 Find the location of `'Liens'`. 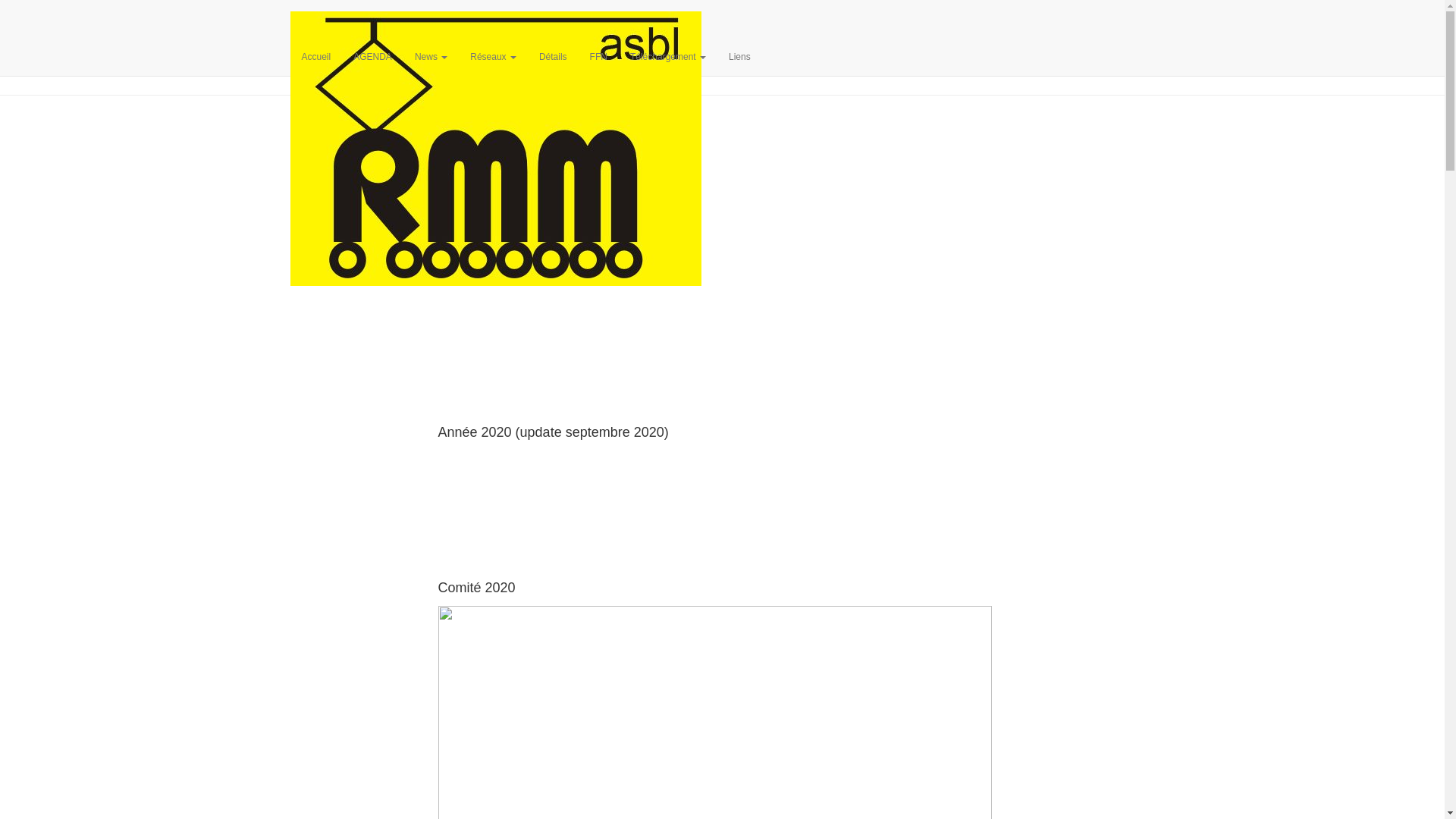

'Liens' is located at coordinates (739, 55).